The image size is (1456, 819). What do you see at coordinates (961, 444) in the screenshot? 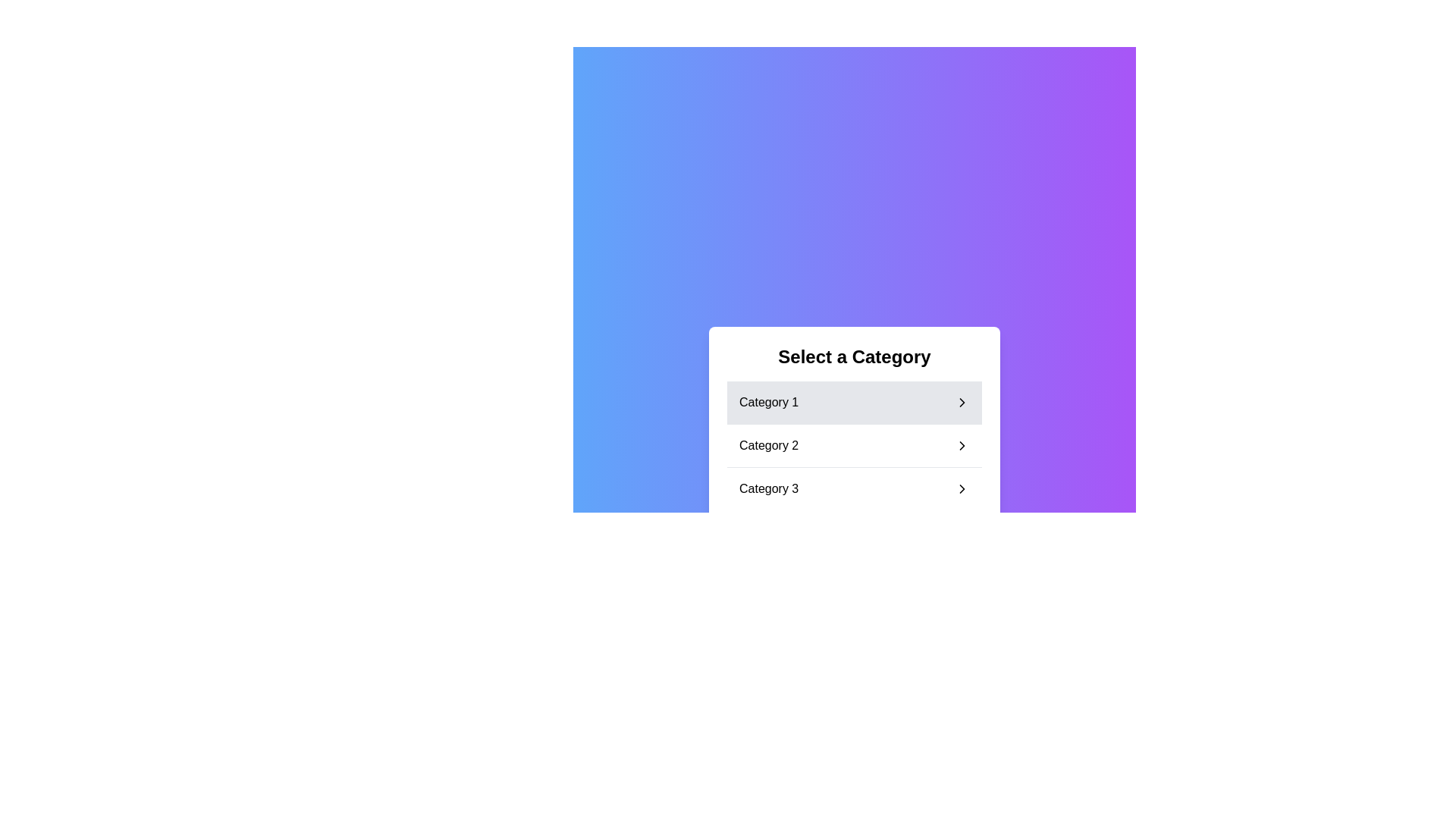
I see `the chevron-shaped icon pointing to the right, located at the far-right end of the 'Category 2' row in the popup card` at bounding box center [961, 444].